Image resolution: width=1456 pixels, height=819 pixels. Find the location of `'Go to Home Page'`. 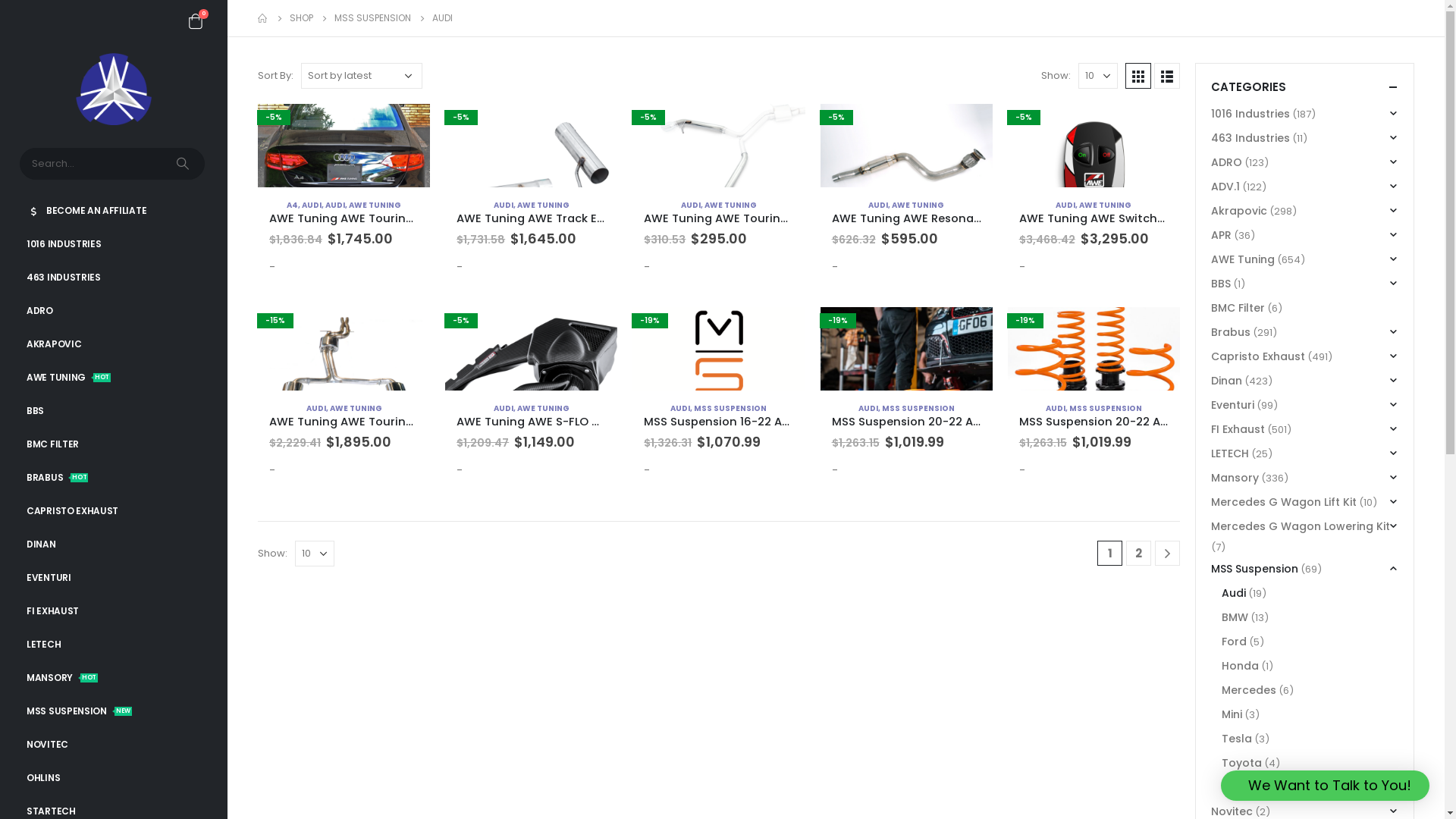

'Go to Home Page' is located at coordinates (258, 17).